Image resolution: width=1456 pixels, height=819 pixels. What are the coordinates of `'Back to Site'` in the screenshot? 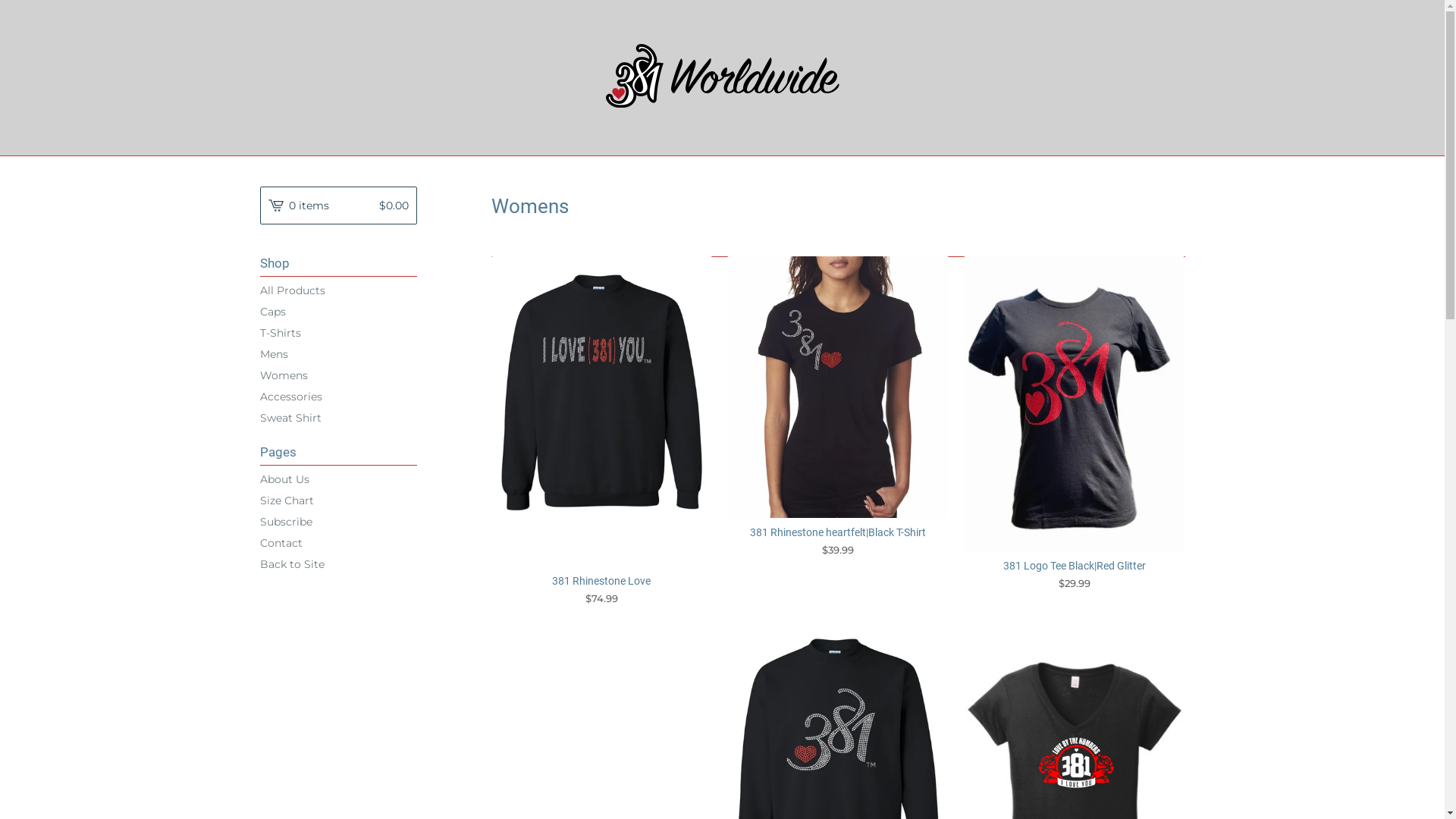 It's located at (337, 564).